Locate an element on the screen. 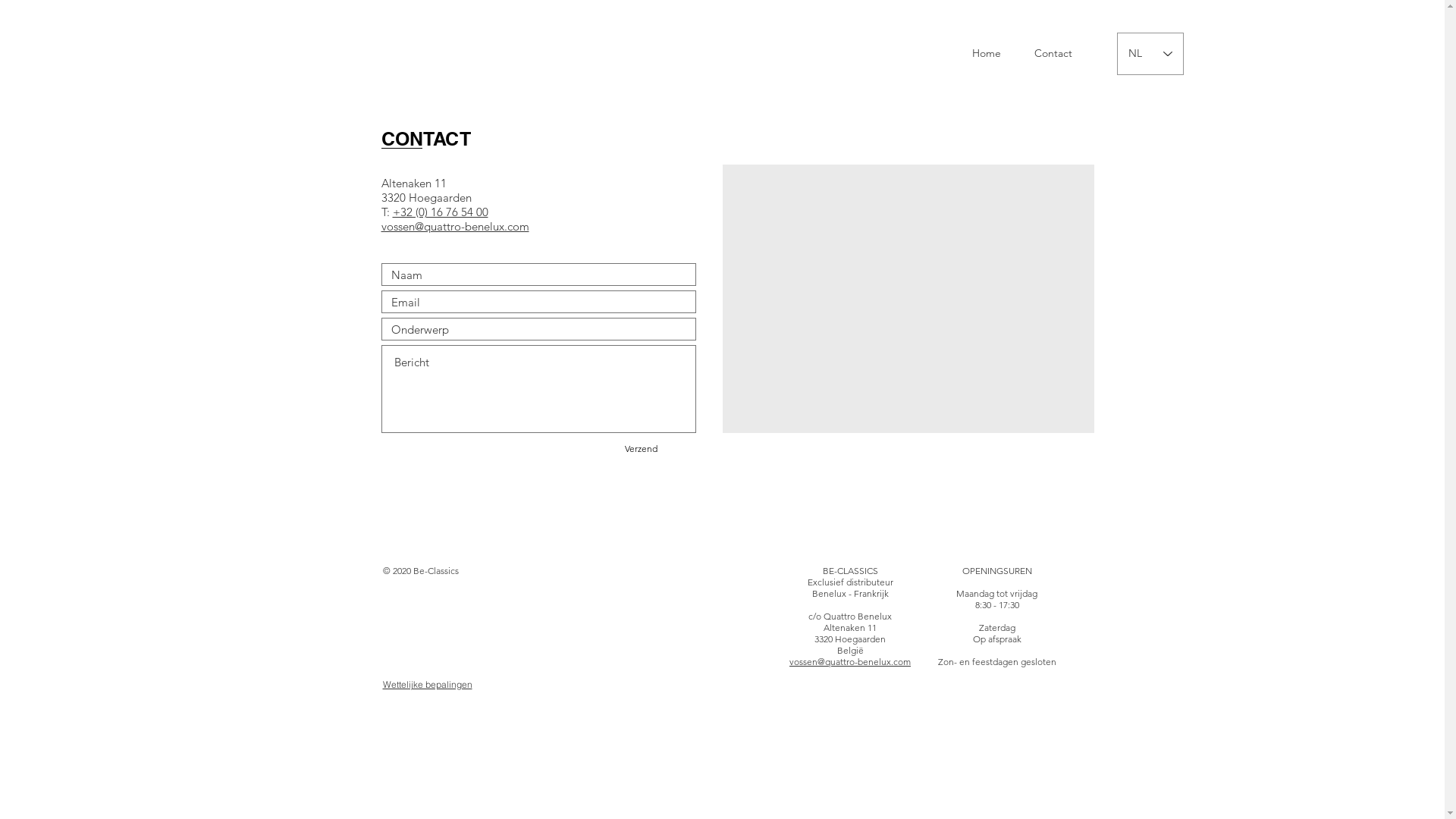 The height and width of the screenshot is (819, 1456). 'Verzend' is located at coordinates (640, 447).